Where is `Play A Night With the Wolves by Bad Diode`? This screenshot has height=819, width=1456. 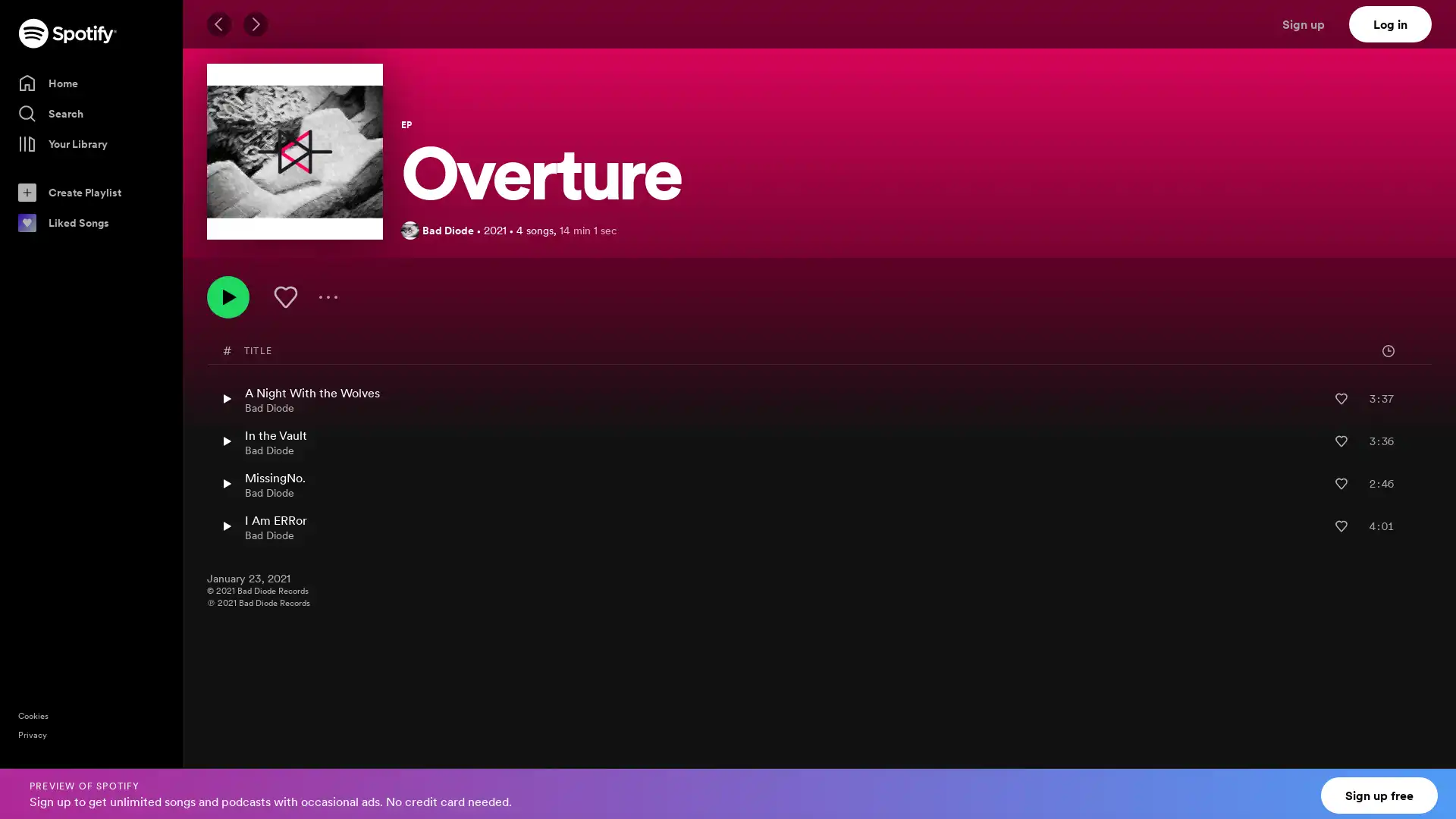
Play A Night With the Wolves by Bad Diode is located at coordinates (225, 397).